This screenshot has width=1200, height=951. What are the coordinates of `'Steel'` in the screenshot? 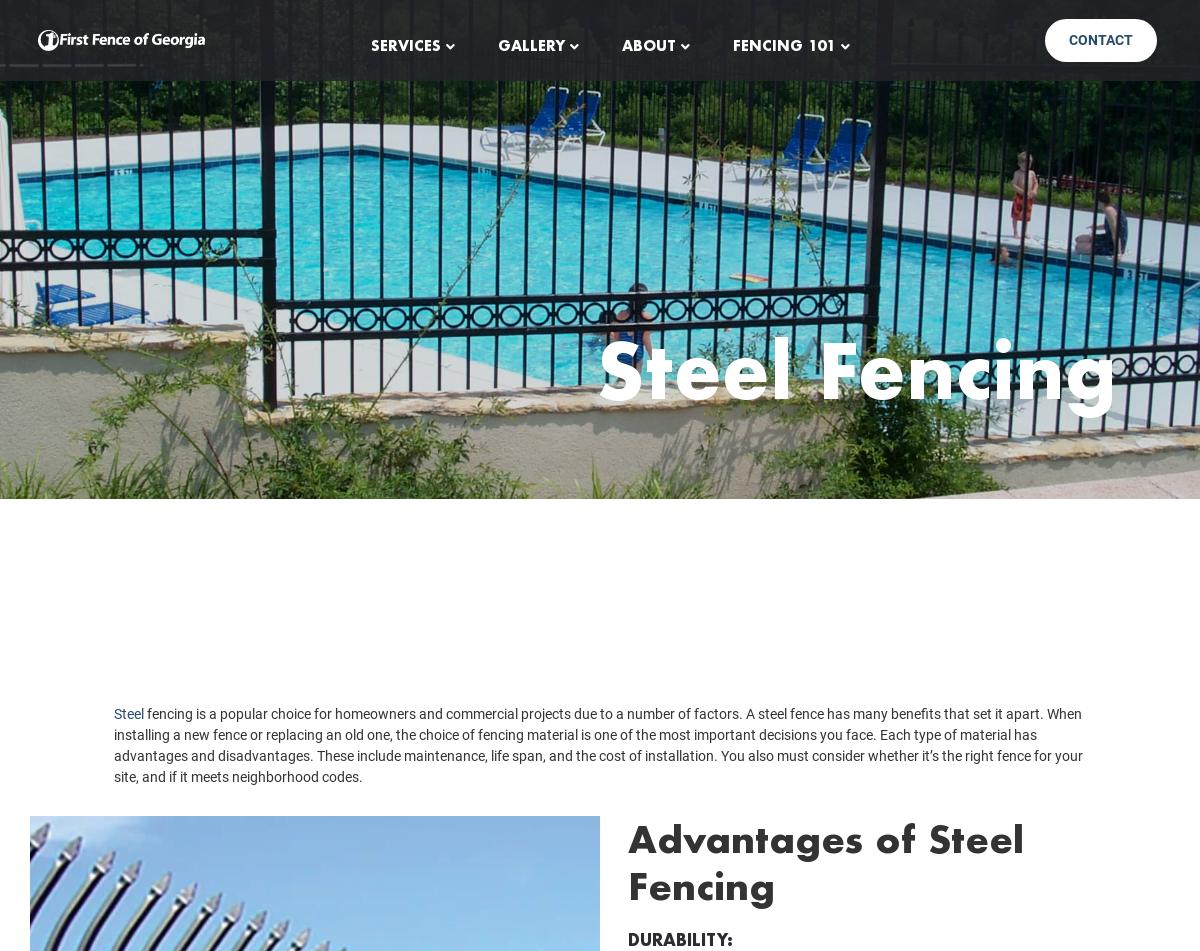 It's located at (129, 742).